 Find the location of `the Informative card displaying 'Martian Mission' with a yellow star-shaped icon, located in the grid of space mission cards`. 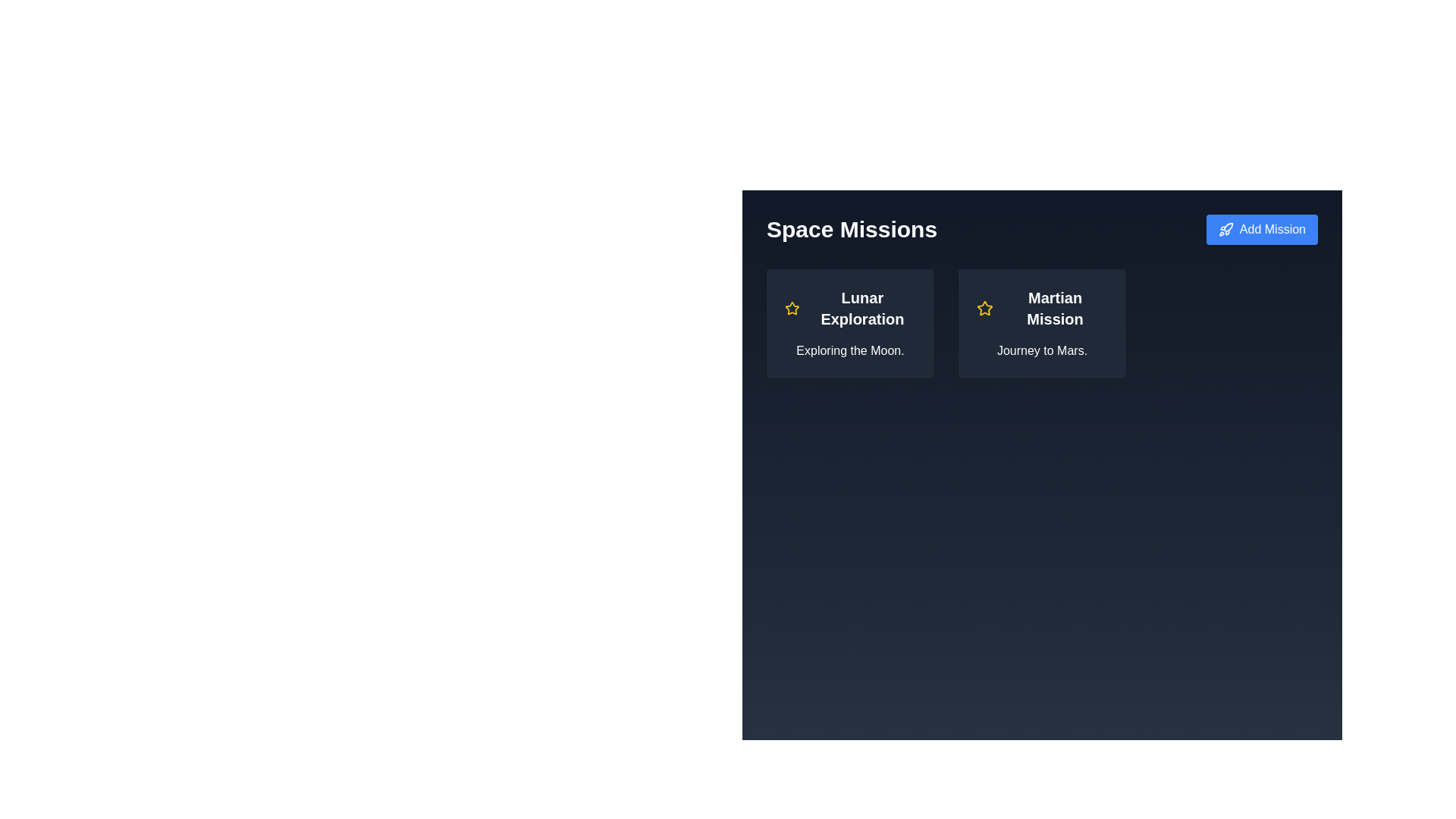

the Informative card displaying 'Martian Mission' with a yellow star-shaped icon, located in the grid of space mission cards is located at coordinates (1041, 323).